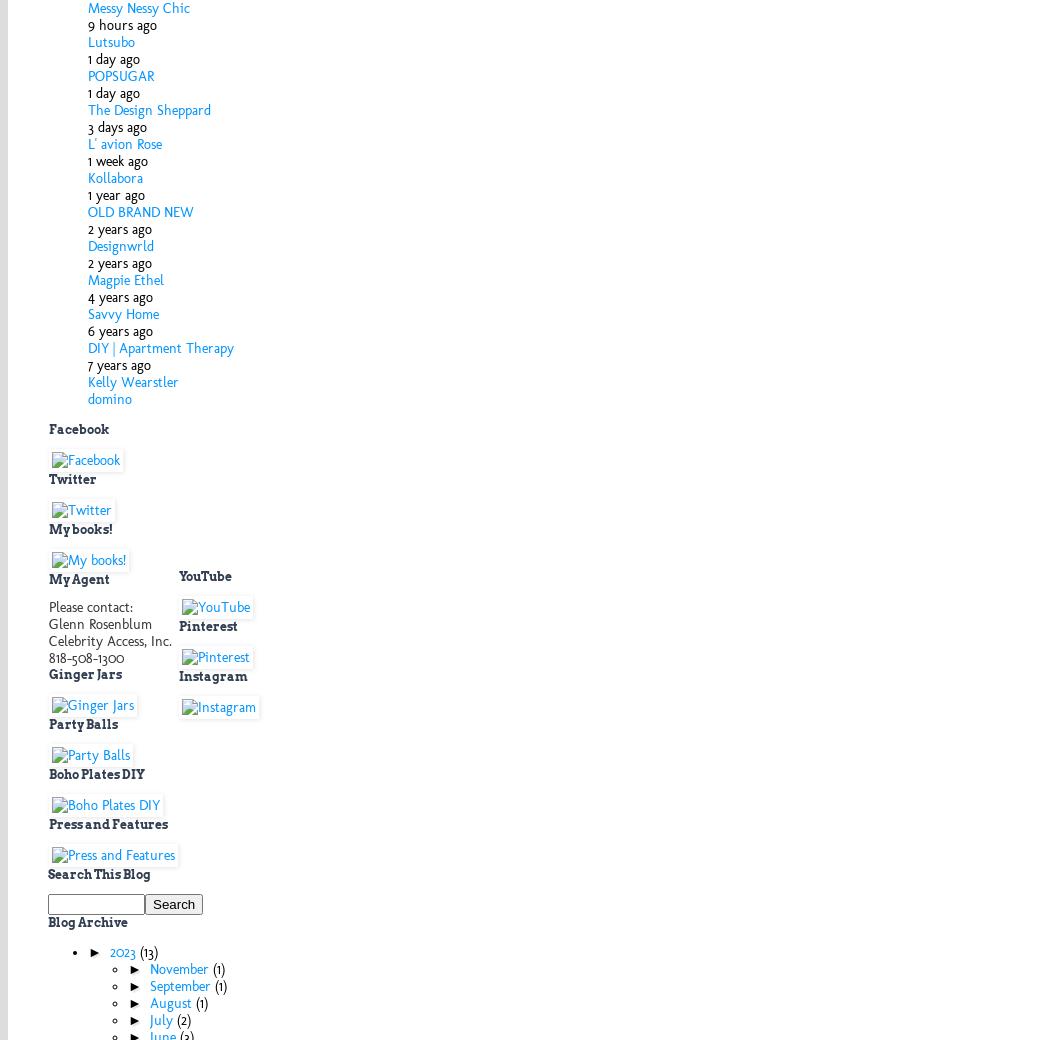 The width and height of the screenshot is (1038, 1040). What do you see at coordinates (78, 577) in the screenshot?
I see `'My Agent'` at bounding box center [78, 577].